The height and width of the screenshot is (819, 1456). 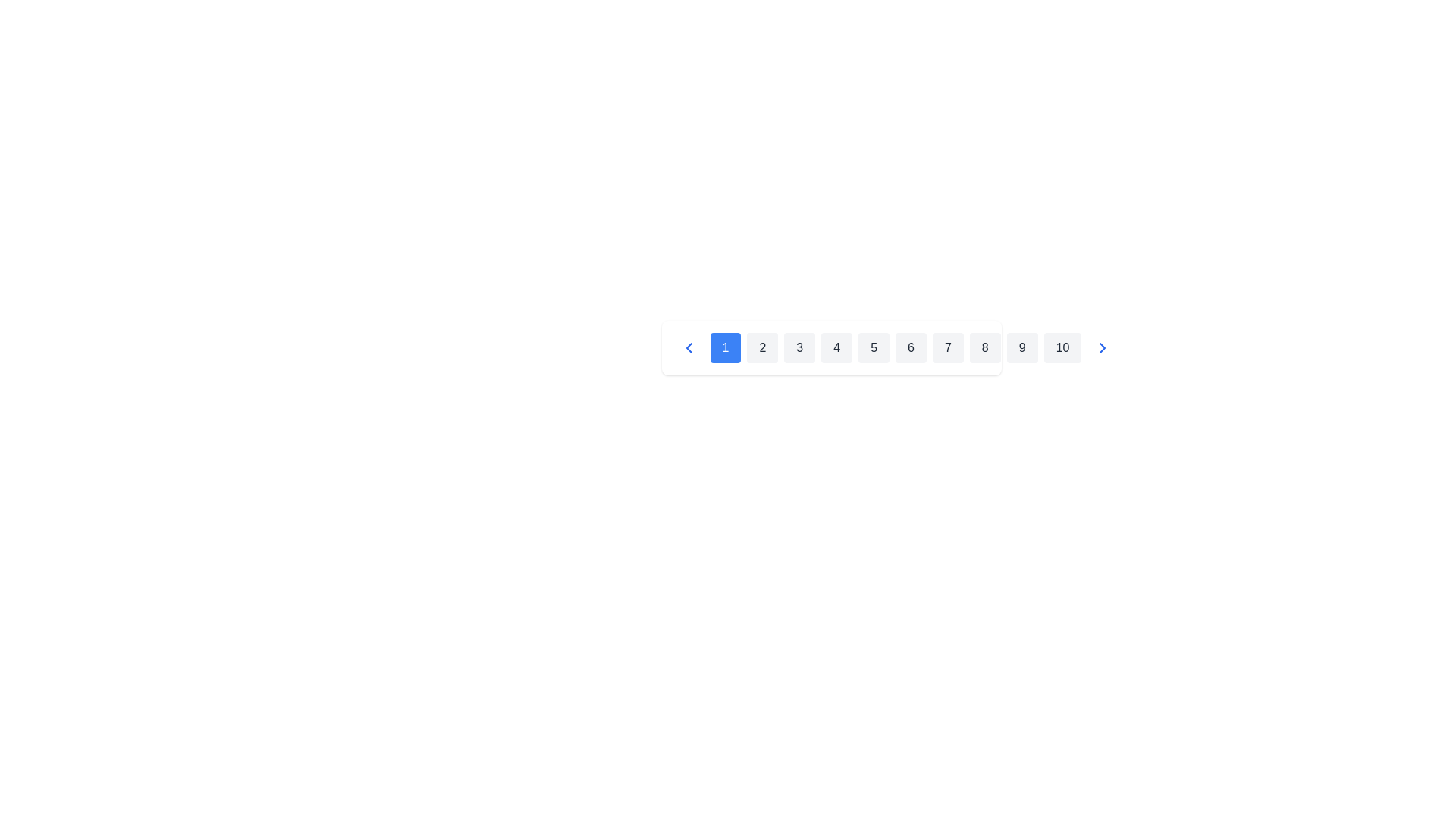 What do you see at coordinates (1103, 348) in the screenshot?
I see `the right-facing chevron button, which is styled in blue and located at the far right of the pagination interface, to trigger hover effects` at bounding box center [1103, 348].